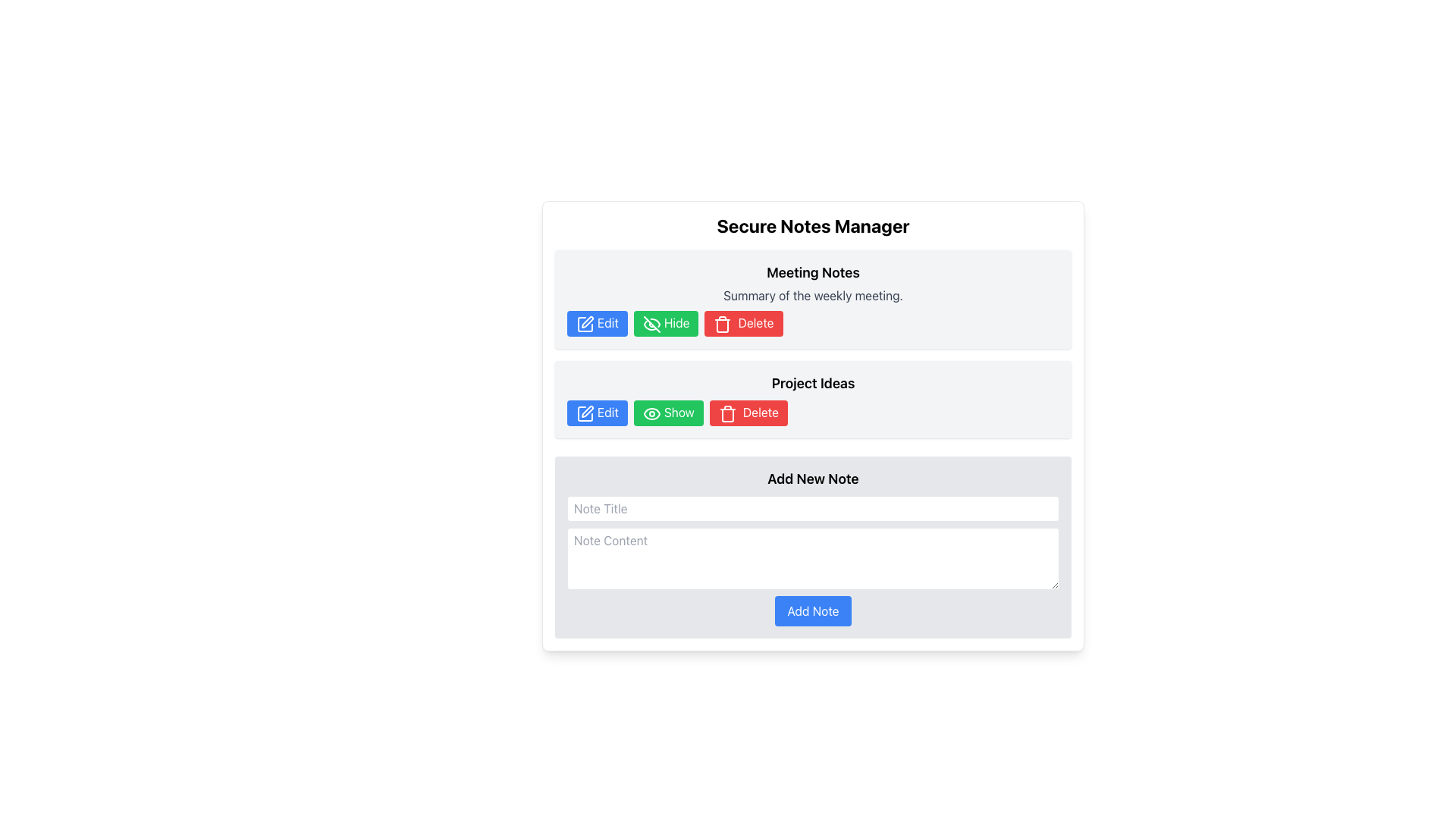 The width and height of the screenshot is (1456, 819). I want to click on the static text label that displays the summary for the 'Meeting Notes' section, positioned directly below the title 'Meeting Notes', so click(812, 295).